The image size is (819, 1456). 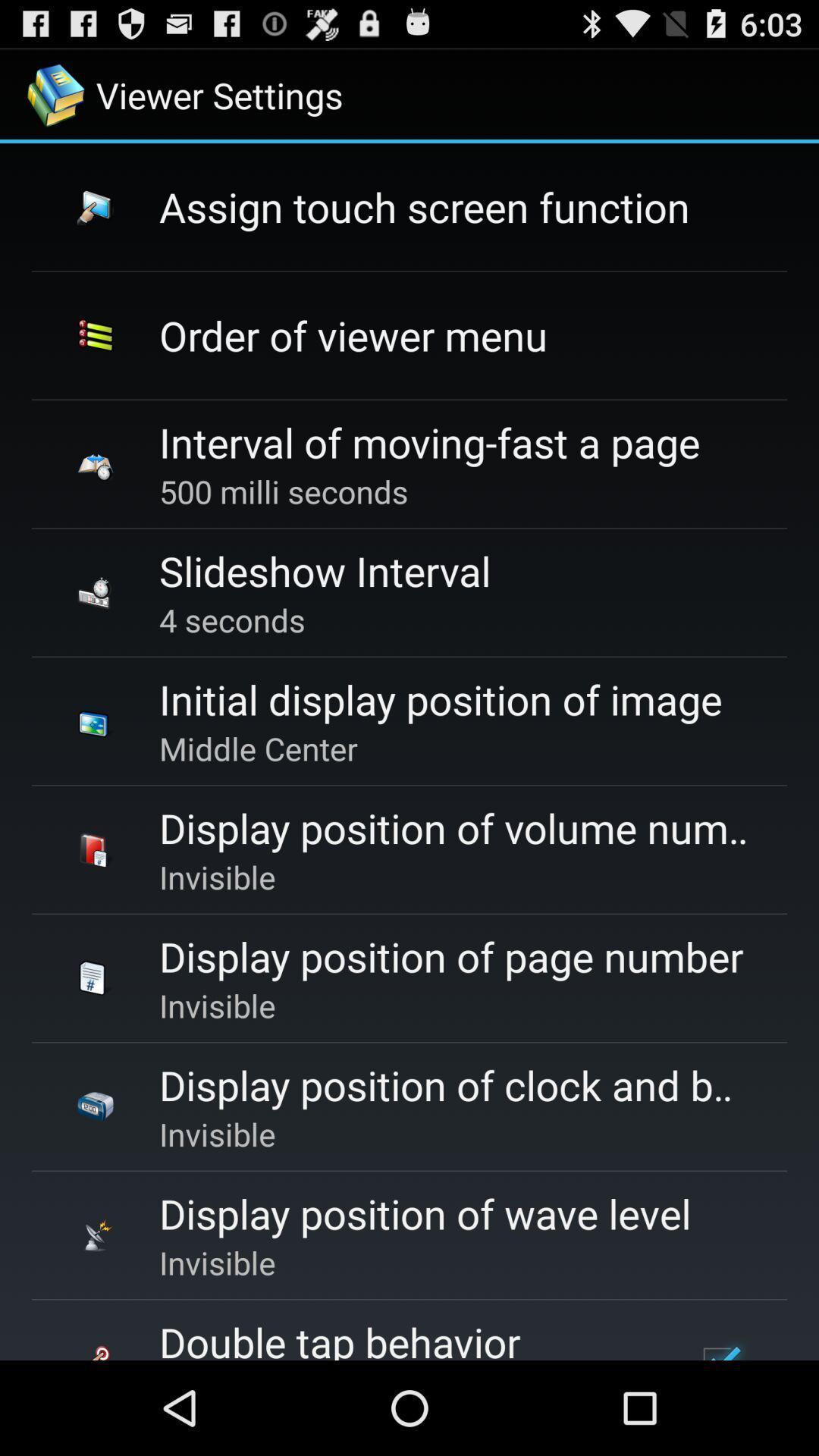 I want to click on the icon above initial display position icon, so click(x=232, y=620).